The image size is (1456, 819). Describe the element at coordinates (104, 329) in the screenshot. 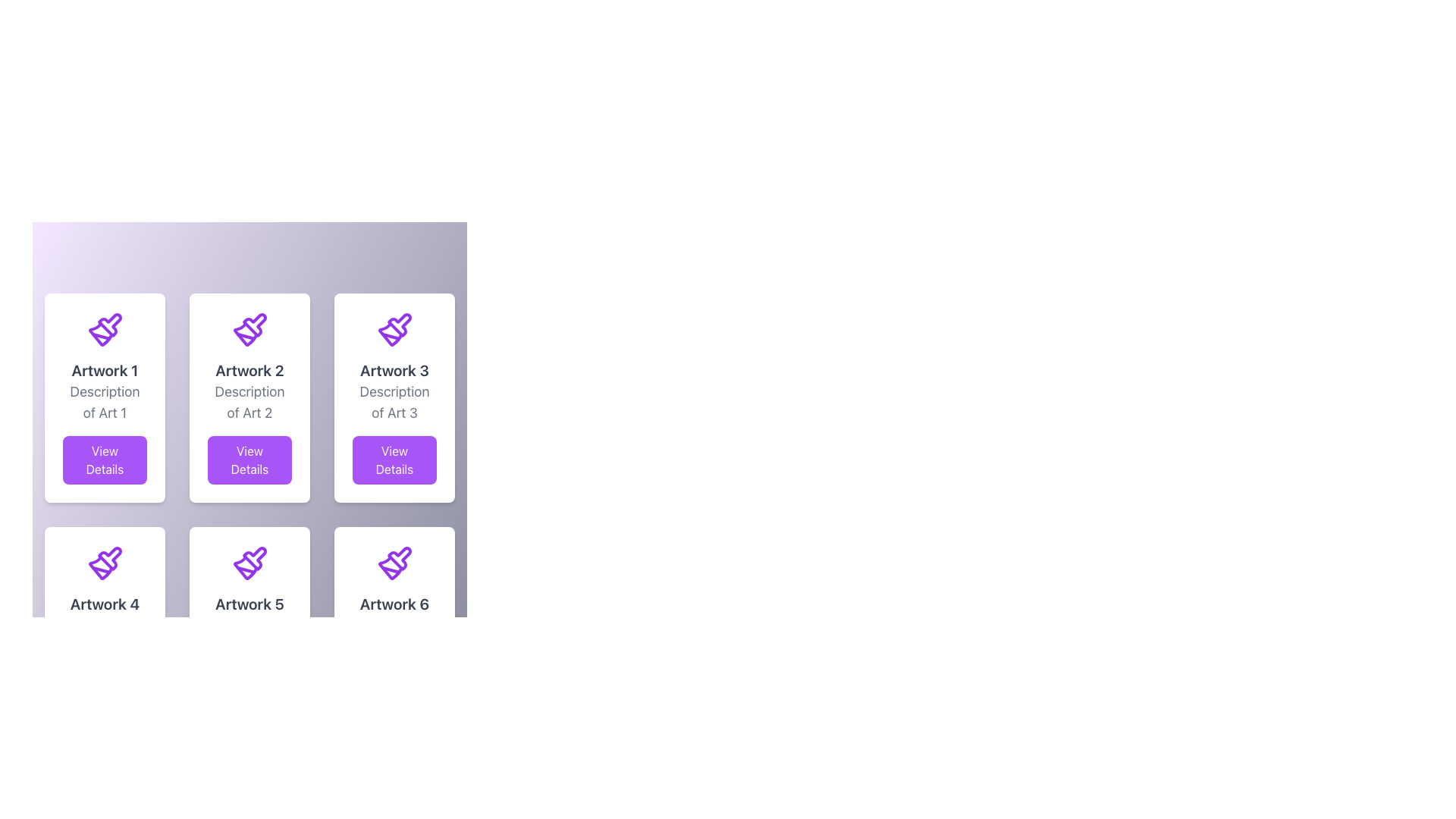

I see `the artwork icon for the card titled 'Artwork 1', which is positioned at the center-top of the card above the text and button` at that location.